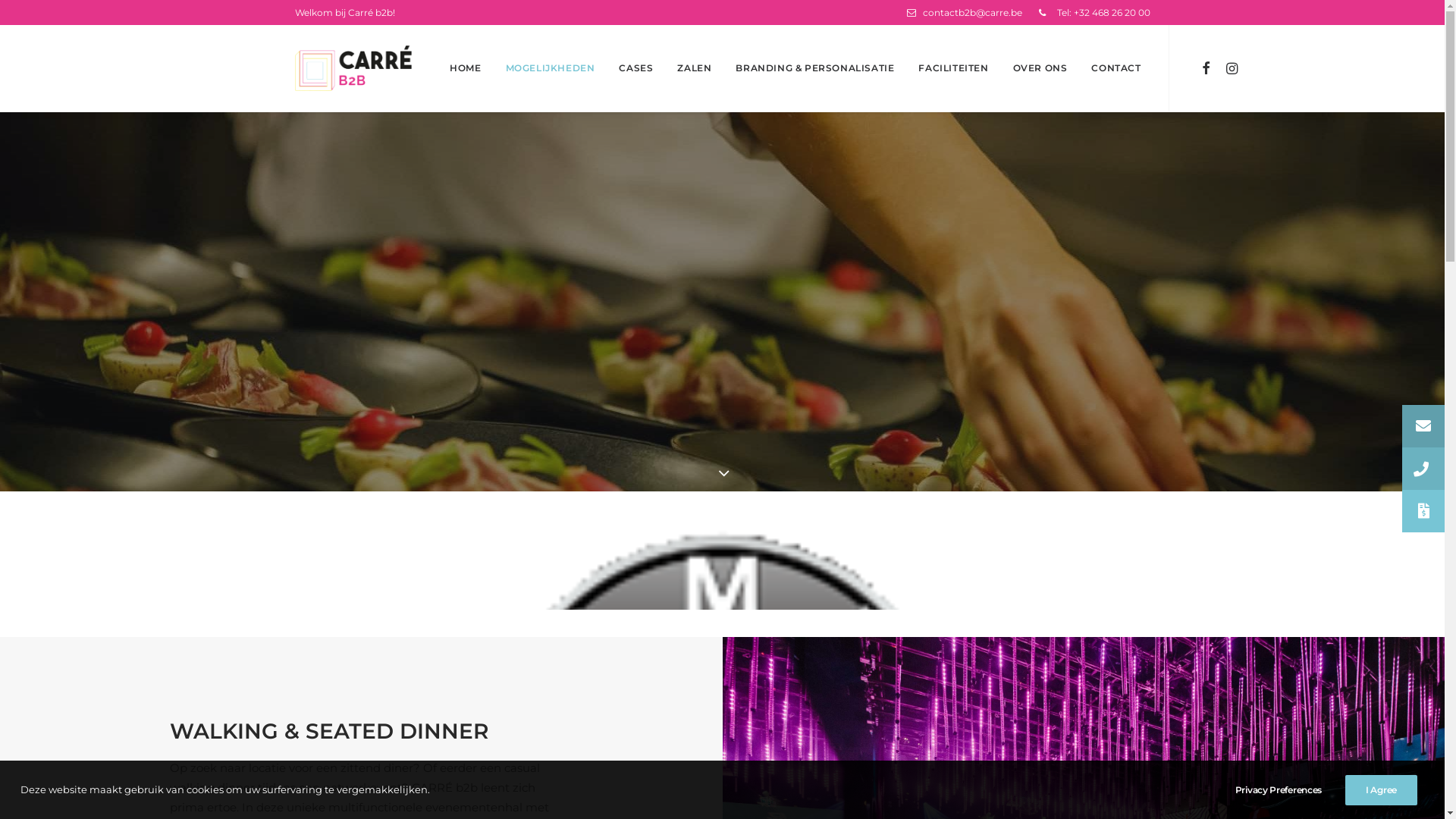 The height and width of the screenshot is (819, 1456). I want to click on 'ZALEN', so click(666, 67).